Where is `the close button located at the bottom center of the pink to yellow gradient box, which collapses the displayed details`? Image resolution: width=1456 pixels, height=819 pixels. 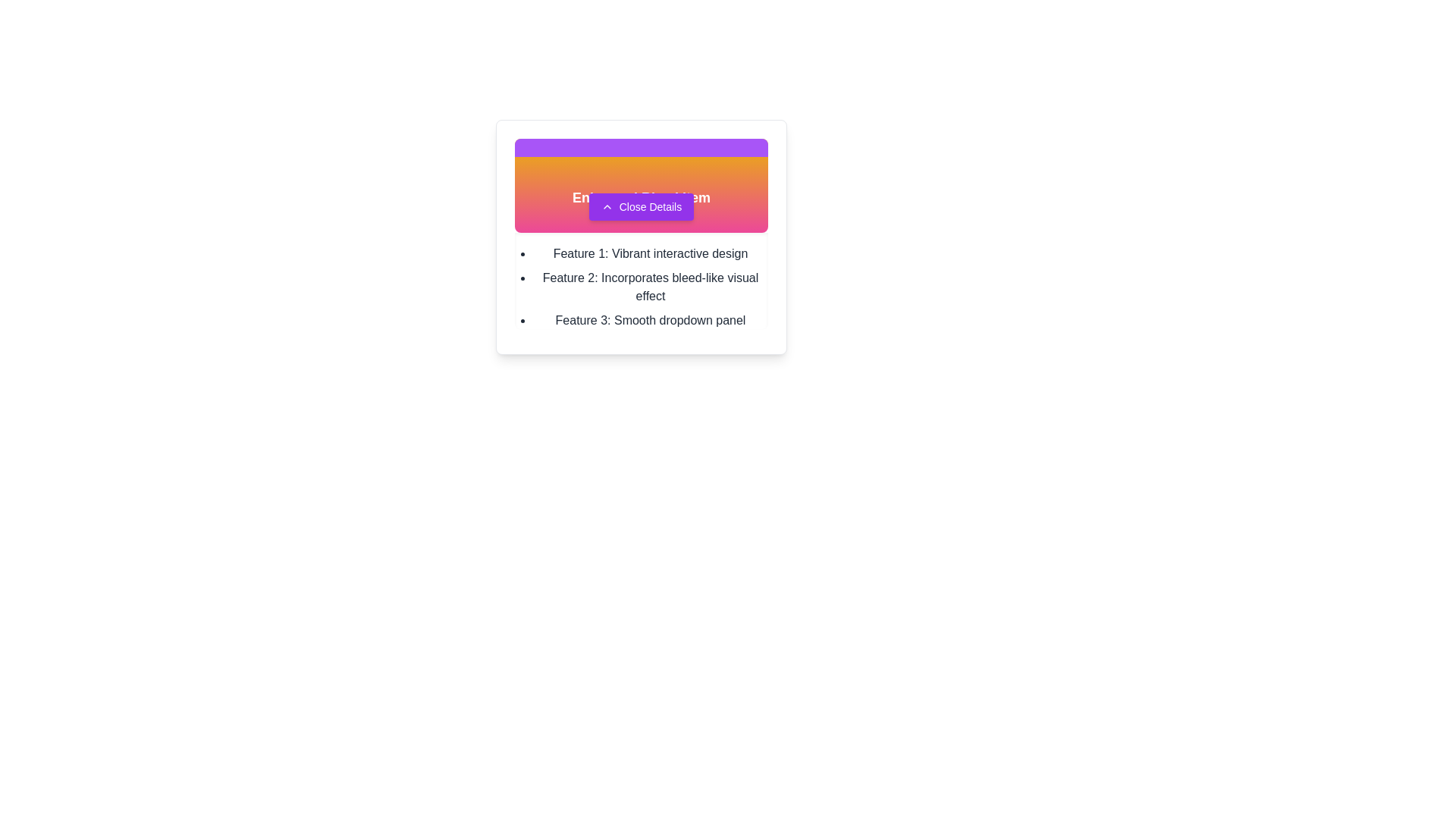
the close button located at the bottom center of the pink to yellow gradient box, which collapses the displayed details is located at coordinates (641, 207).